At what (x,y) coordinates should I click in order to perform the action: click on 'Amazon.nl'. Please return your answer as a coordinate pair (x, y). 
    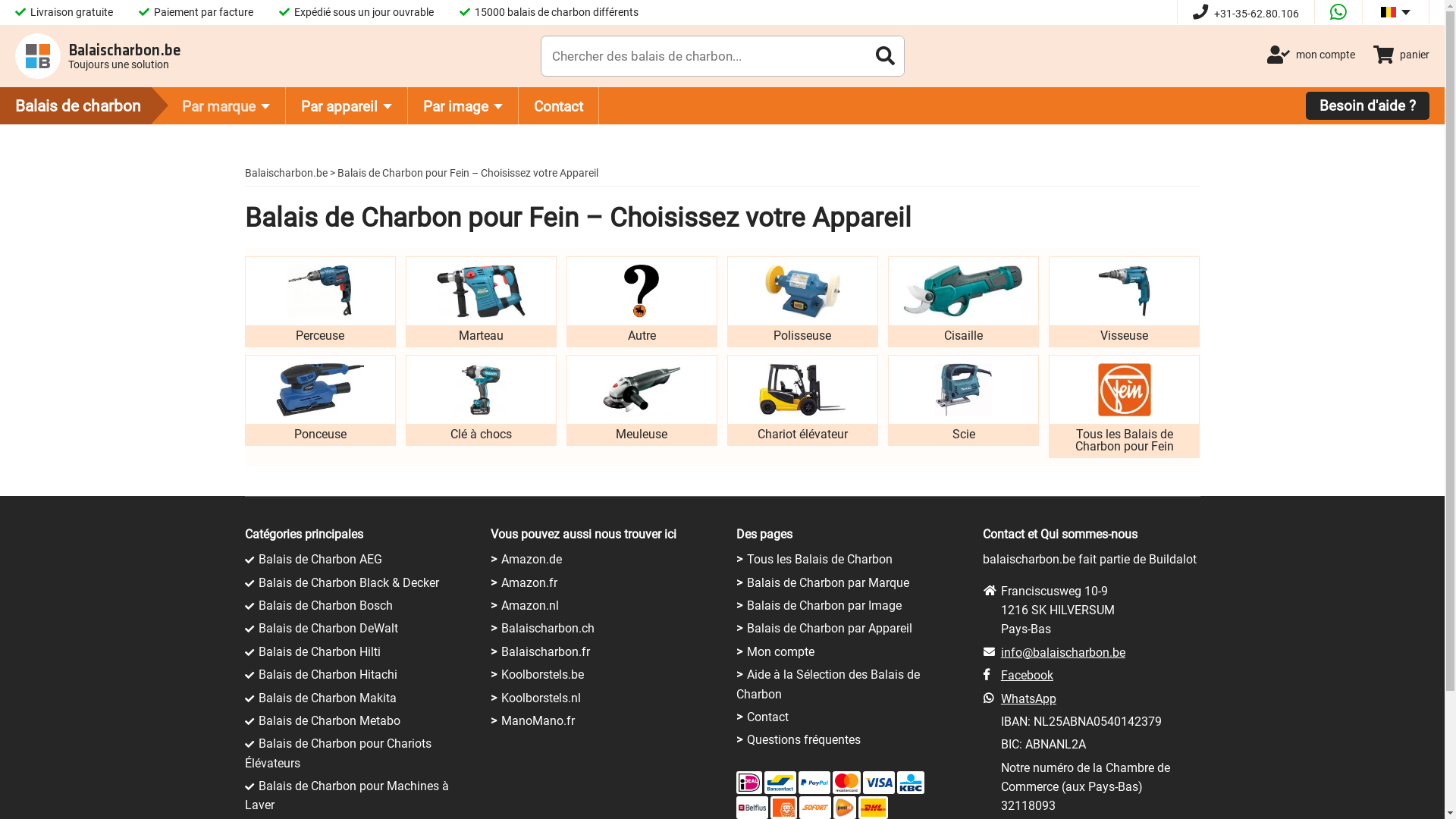
    Looking at the image, I should click on (530, 604).